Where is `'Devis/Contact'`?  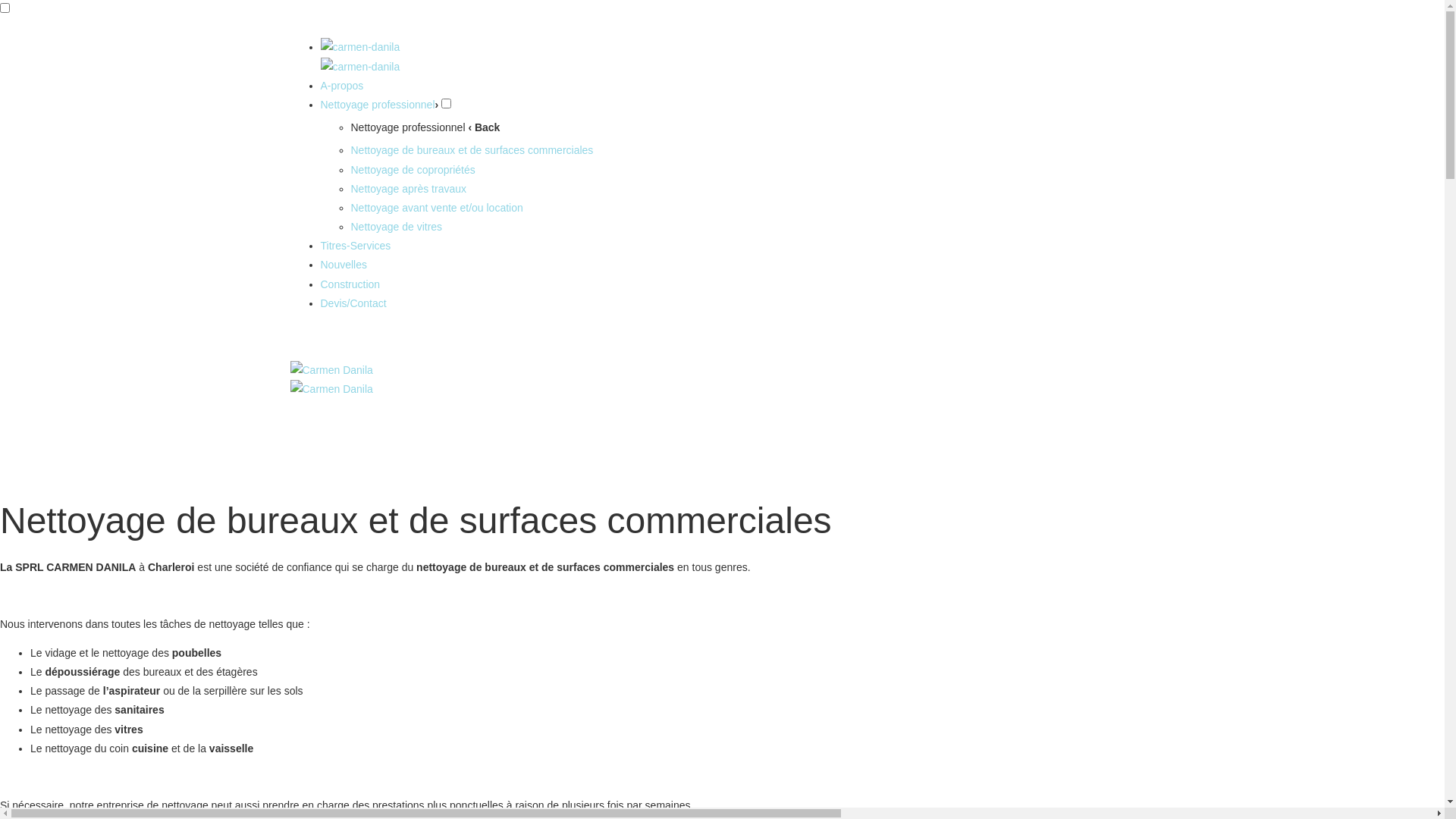 'Devis/Contact' is located at coordinates (319, 303).